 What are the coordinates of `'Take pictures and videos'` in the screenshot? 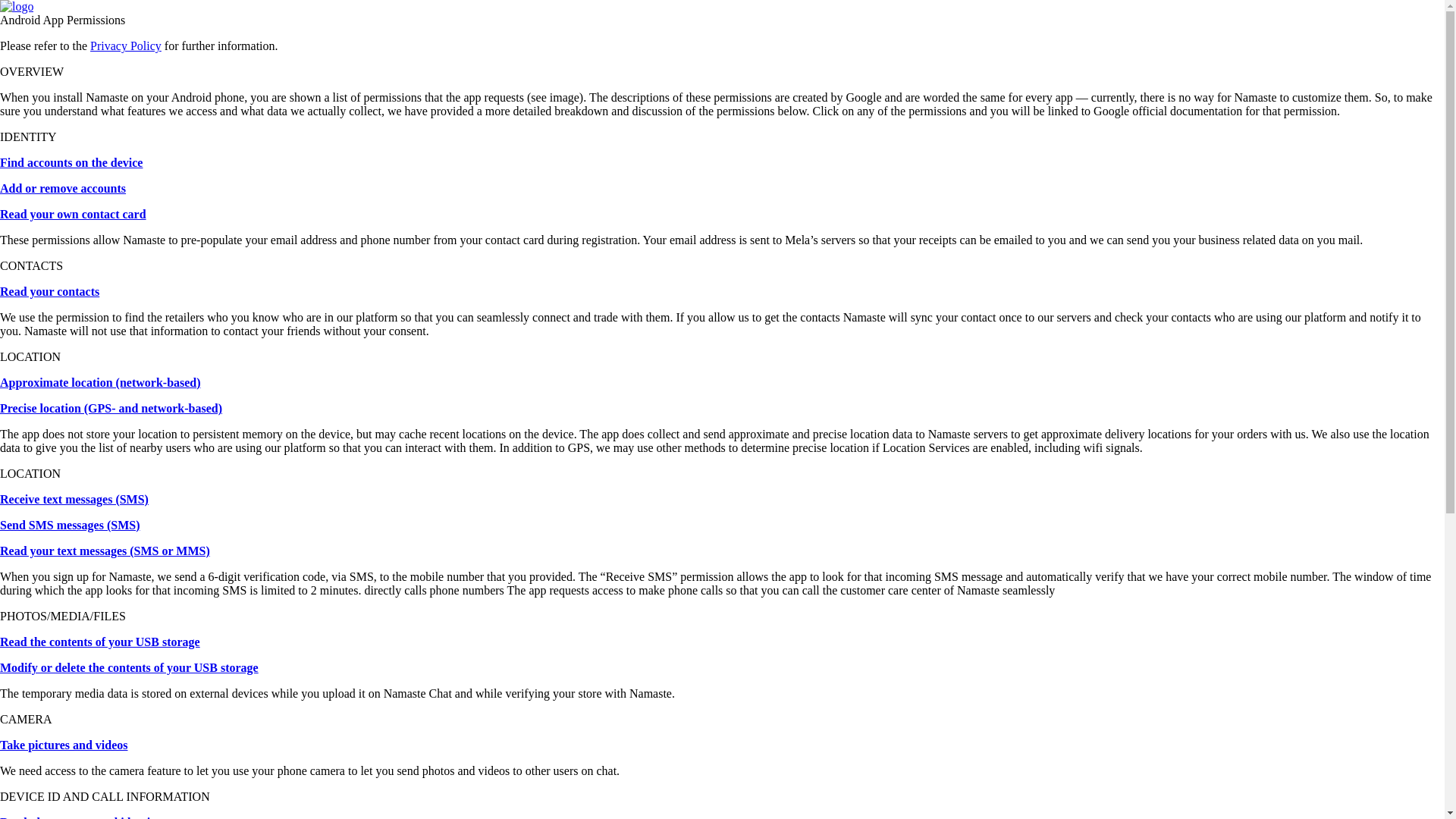 It's located at (62, 744).